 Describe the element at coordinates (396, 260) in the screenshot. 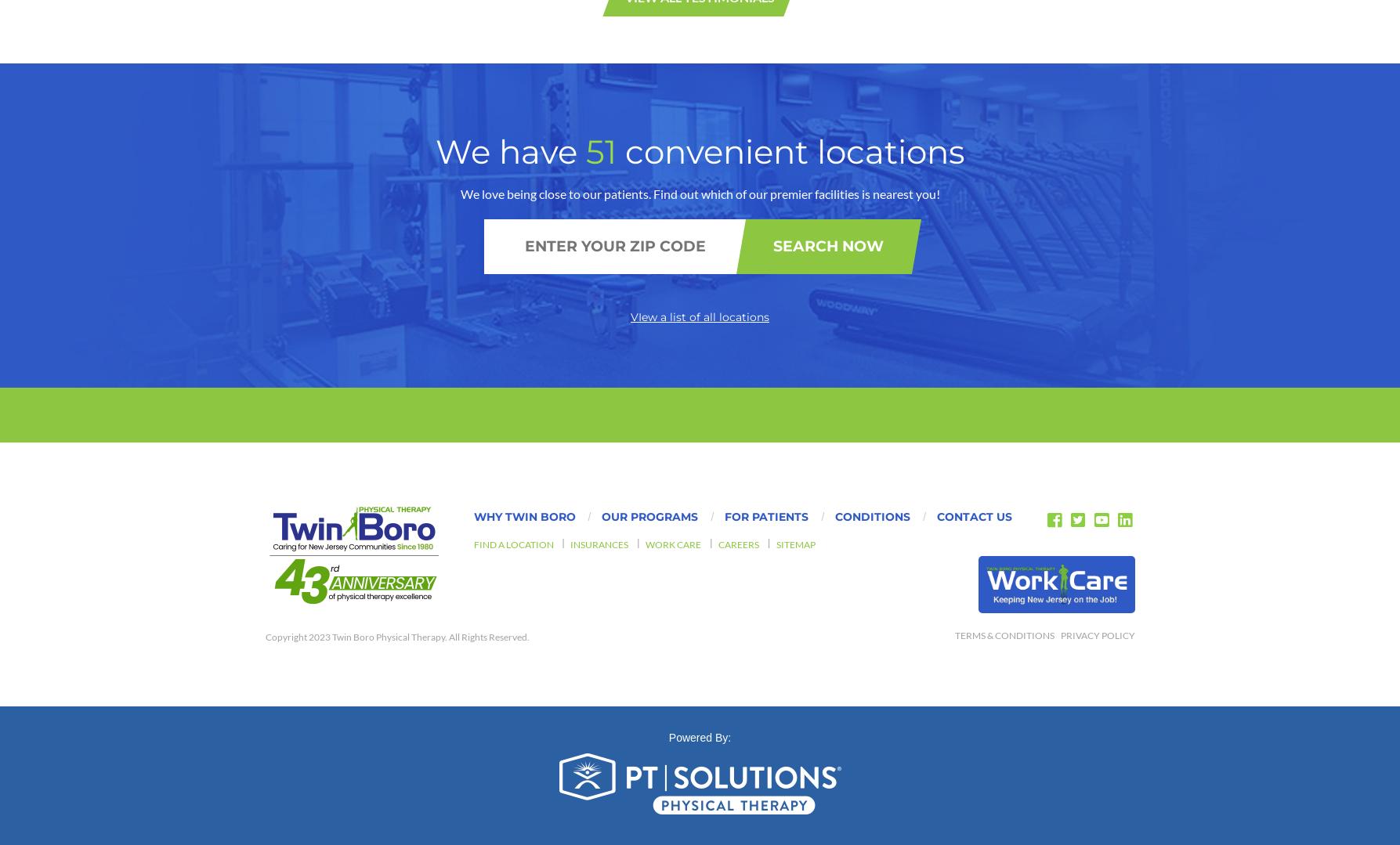

I see `'Copyright 2023 Twin Boro Physical Therapy. All Rights Reserved.'` at that location.